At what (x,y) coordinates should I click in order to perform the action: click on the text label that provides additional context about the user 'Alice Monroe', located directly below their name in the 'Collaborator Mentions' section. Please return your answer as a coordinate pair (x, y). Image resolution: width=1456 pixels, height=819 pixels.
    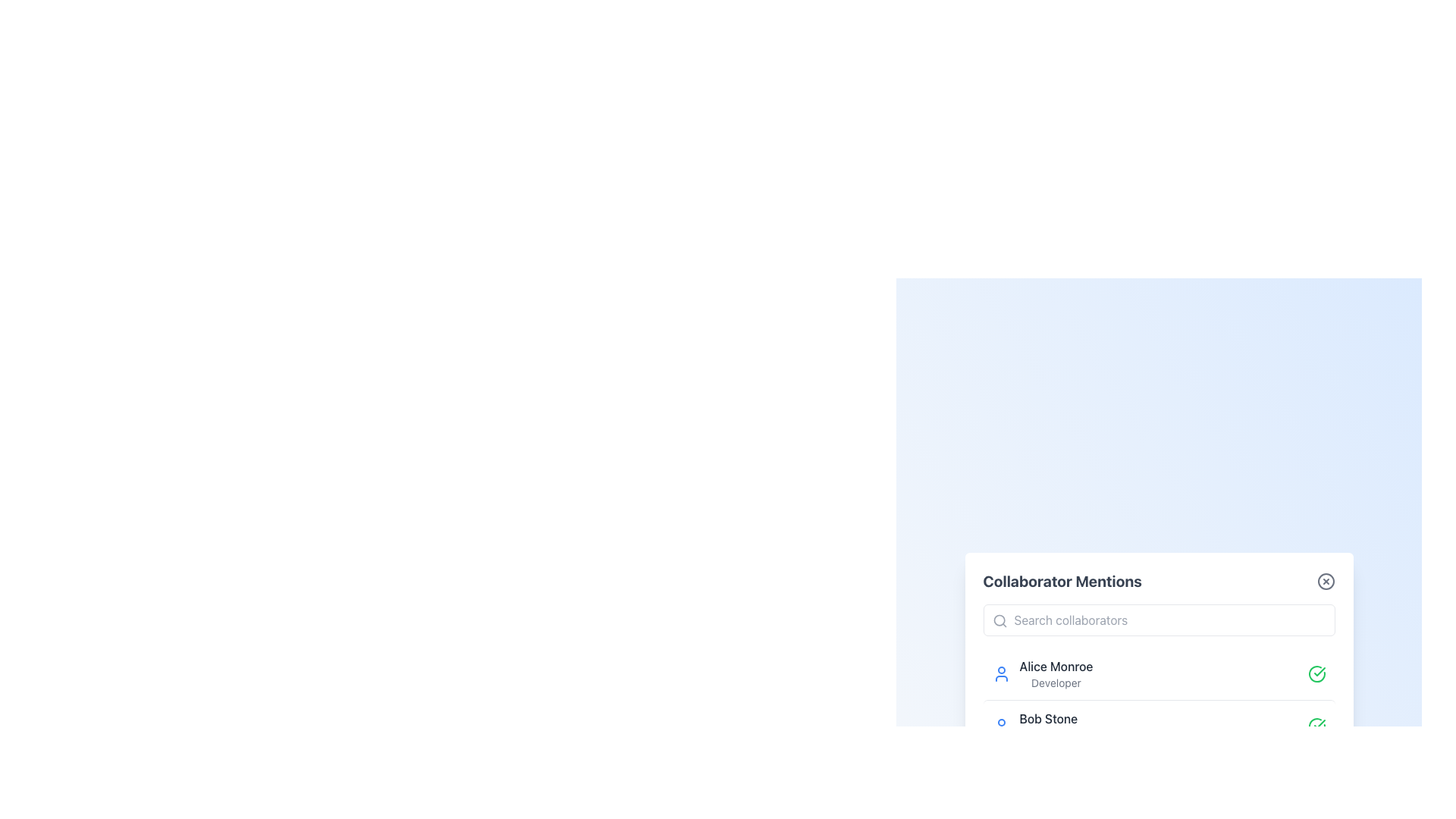
    Looking at the image, I should click on (1055, 683).